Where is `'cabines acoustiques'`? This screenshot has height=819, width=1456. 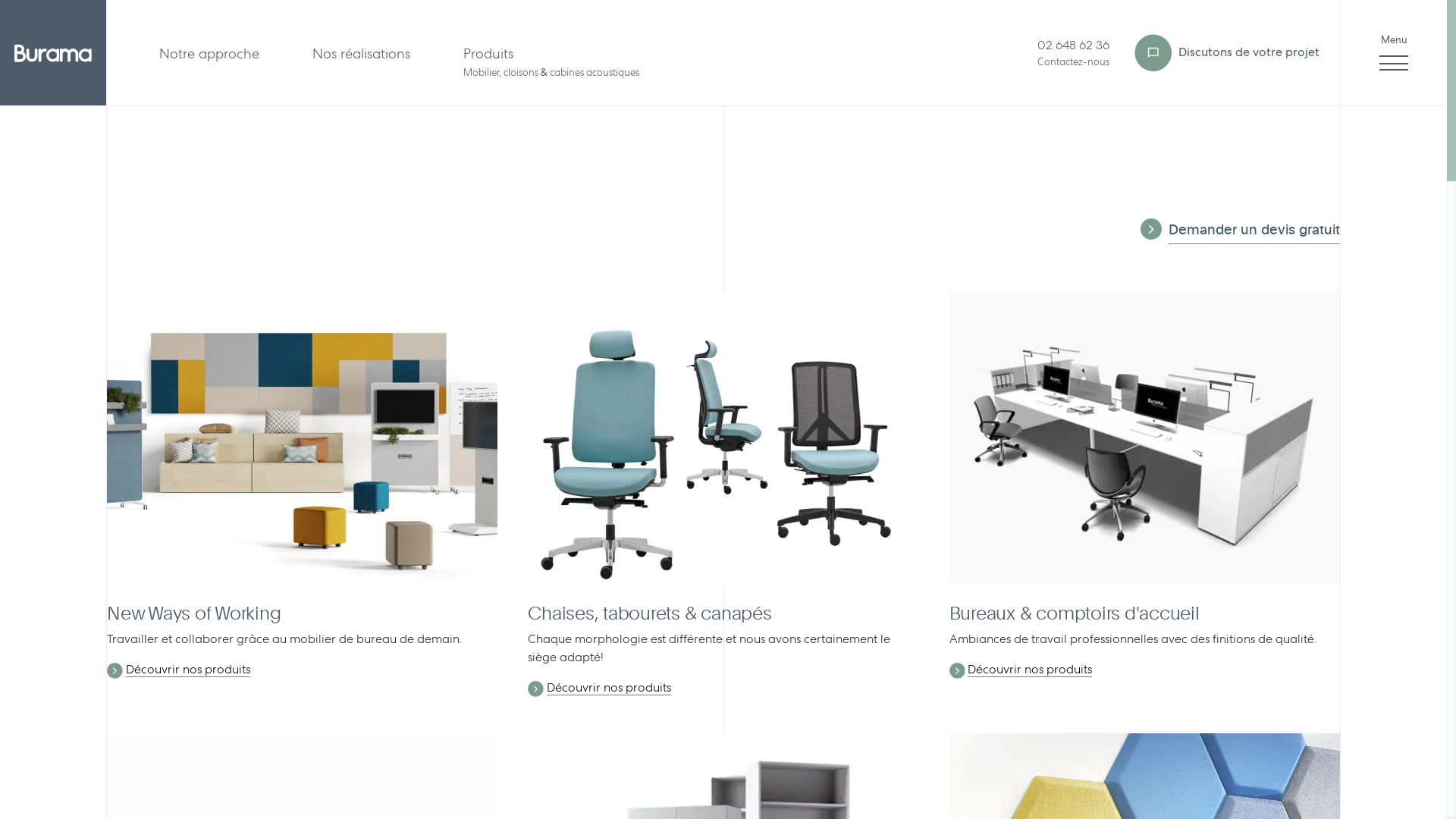
'cabines acoustiques' is located at coordinates (593, 72).